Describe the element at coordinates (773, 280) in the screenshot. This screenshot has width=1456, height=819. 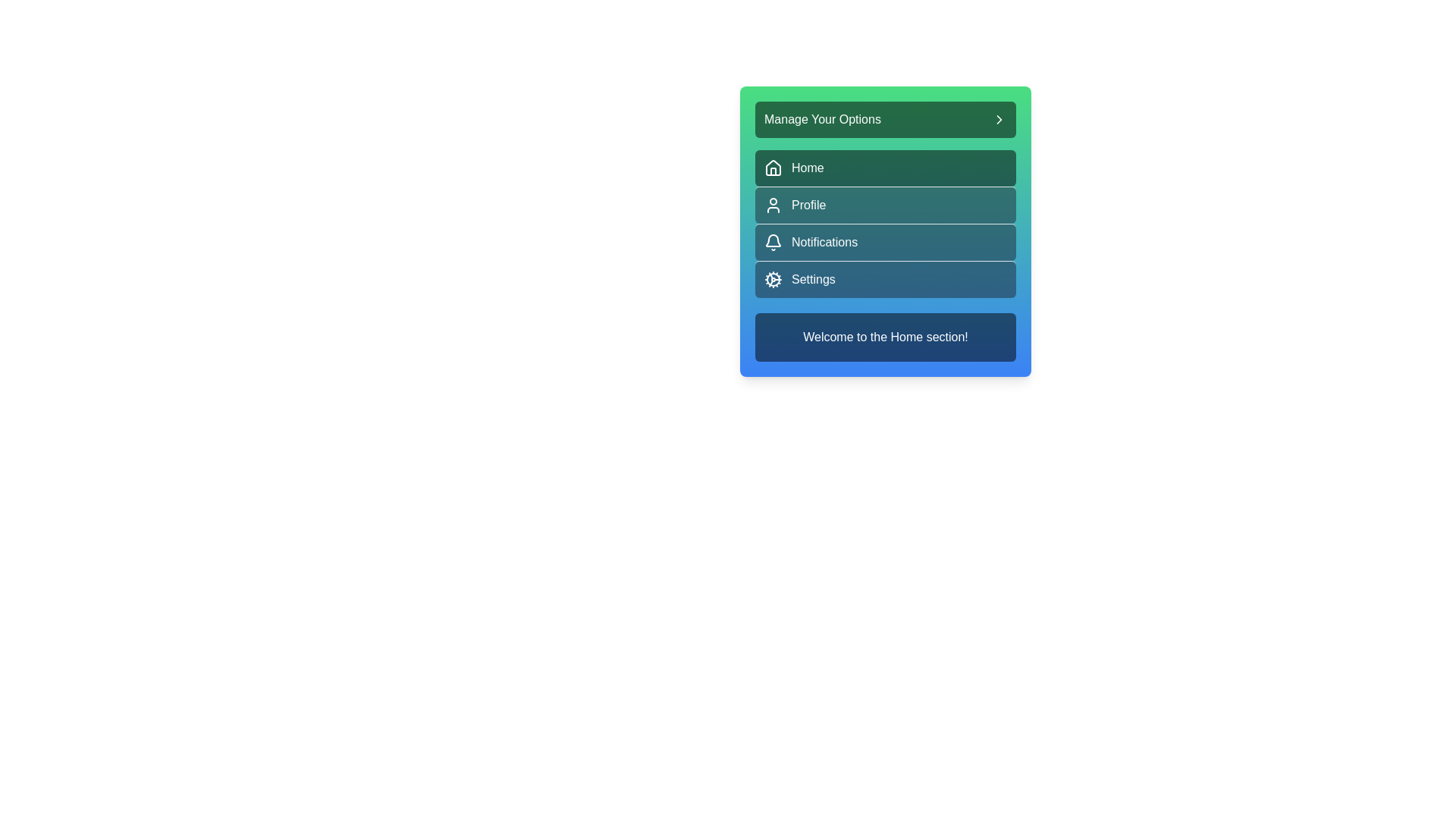
I see `the cogwheel icon representing settings, which is the first icon in the 'Settings' section of a vertical list, located to the left of the text 'Settings'` at that location.